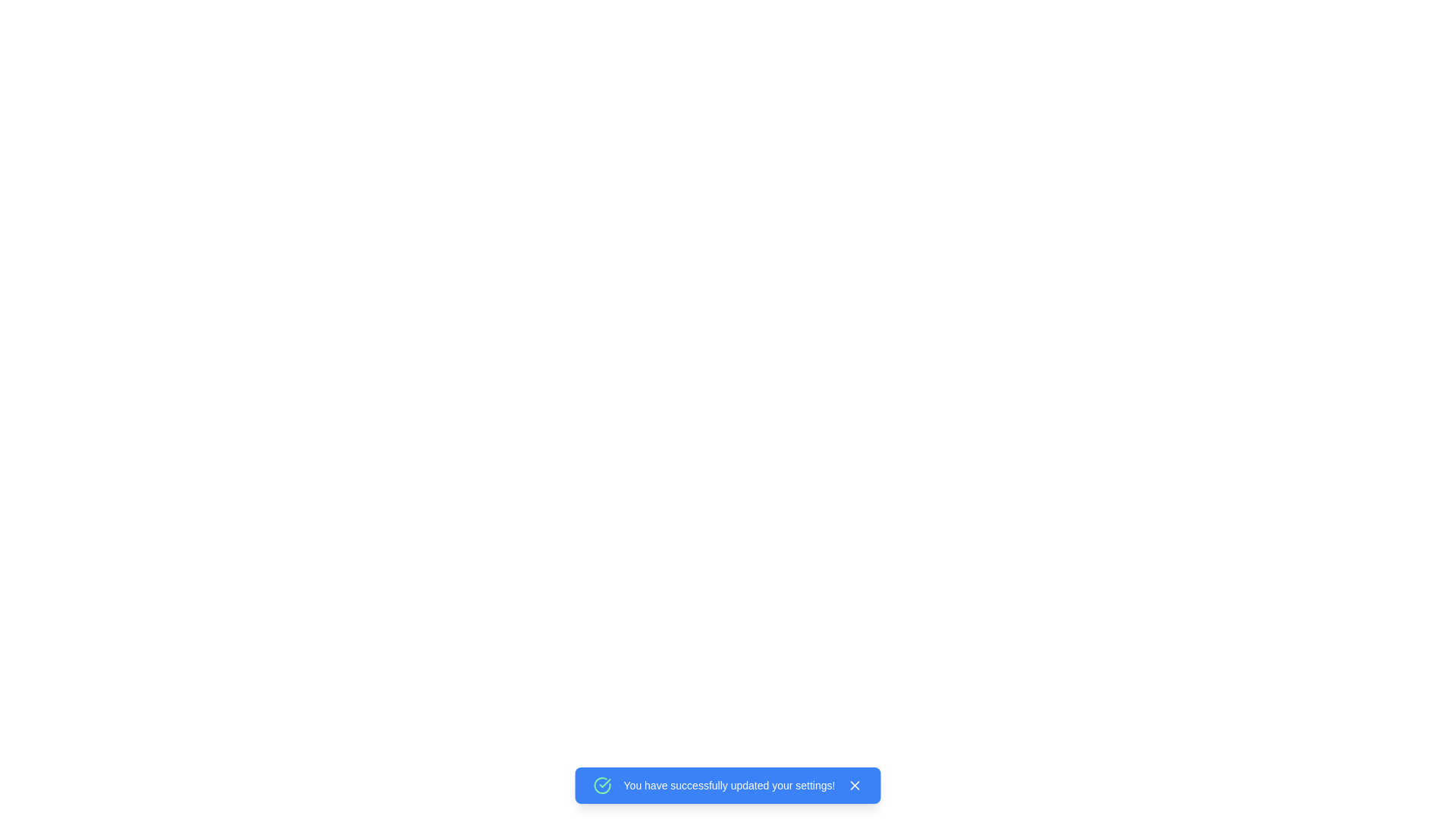 The image size is (1456, 819). I want to click on the Close Button Icon that resembles the letter 'X', located in the bottom-right corner of a blue notification bar, so click(855, 785).